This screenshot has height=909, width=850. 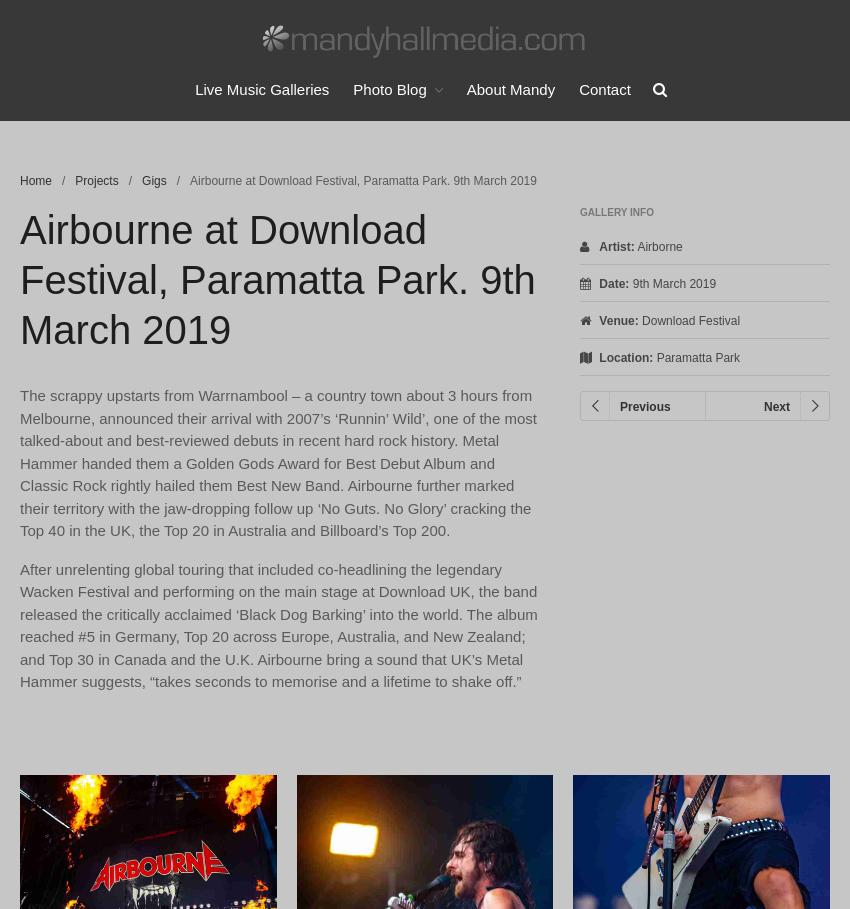 I want to click on 'Paramatta Park', so click(x=695, y=356).